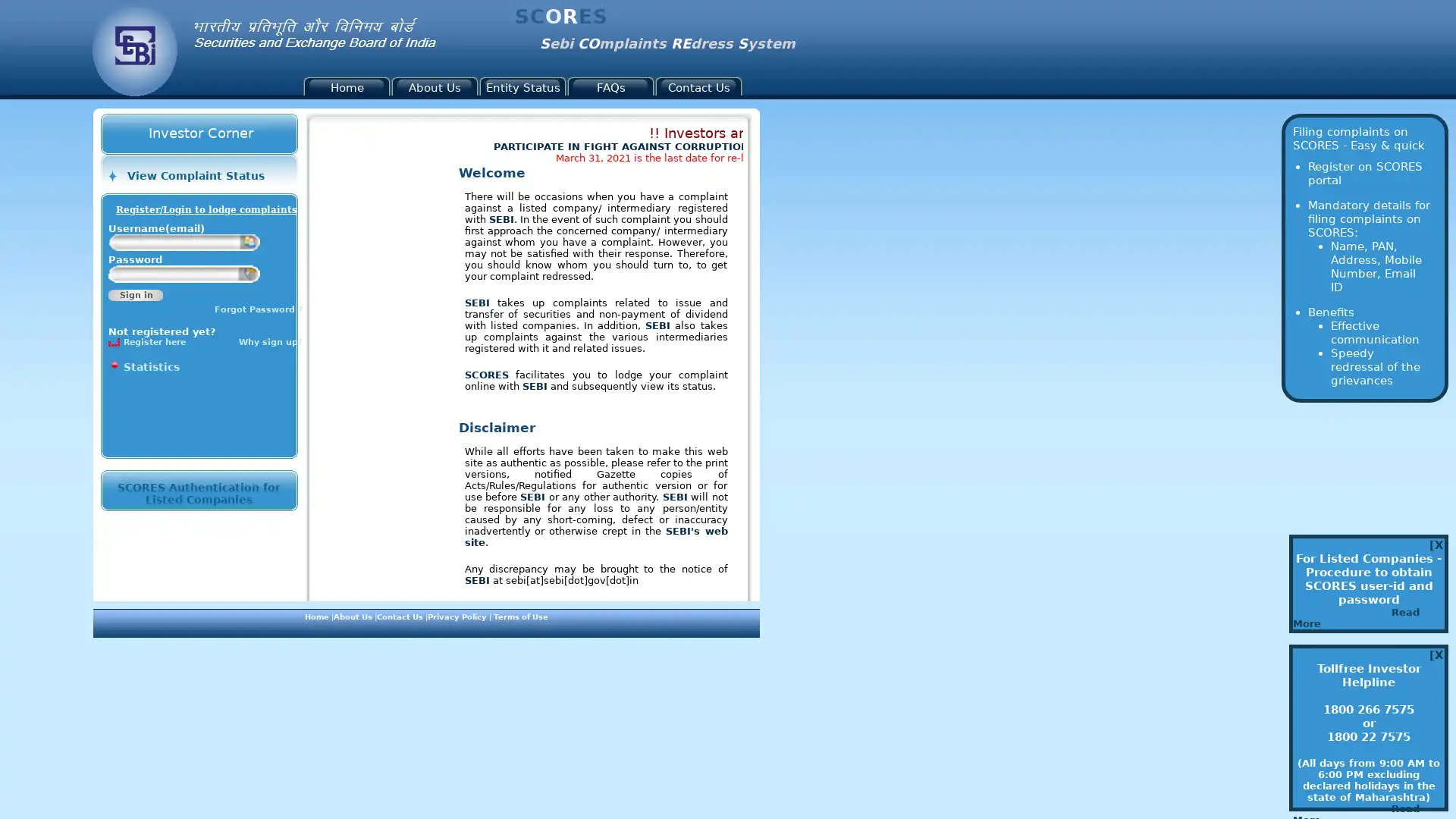  I want to click on Sign in, so click(136, 296).